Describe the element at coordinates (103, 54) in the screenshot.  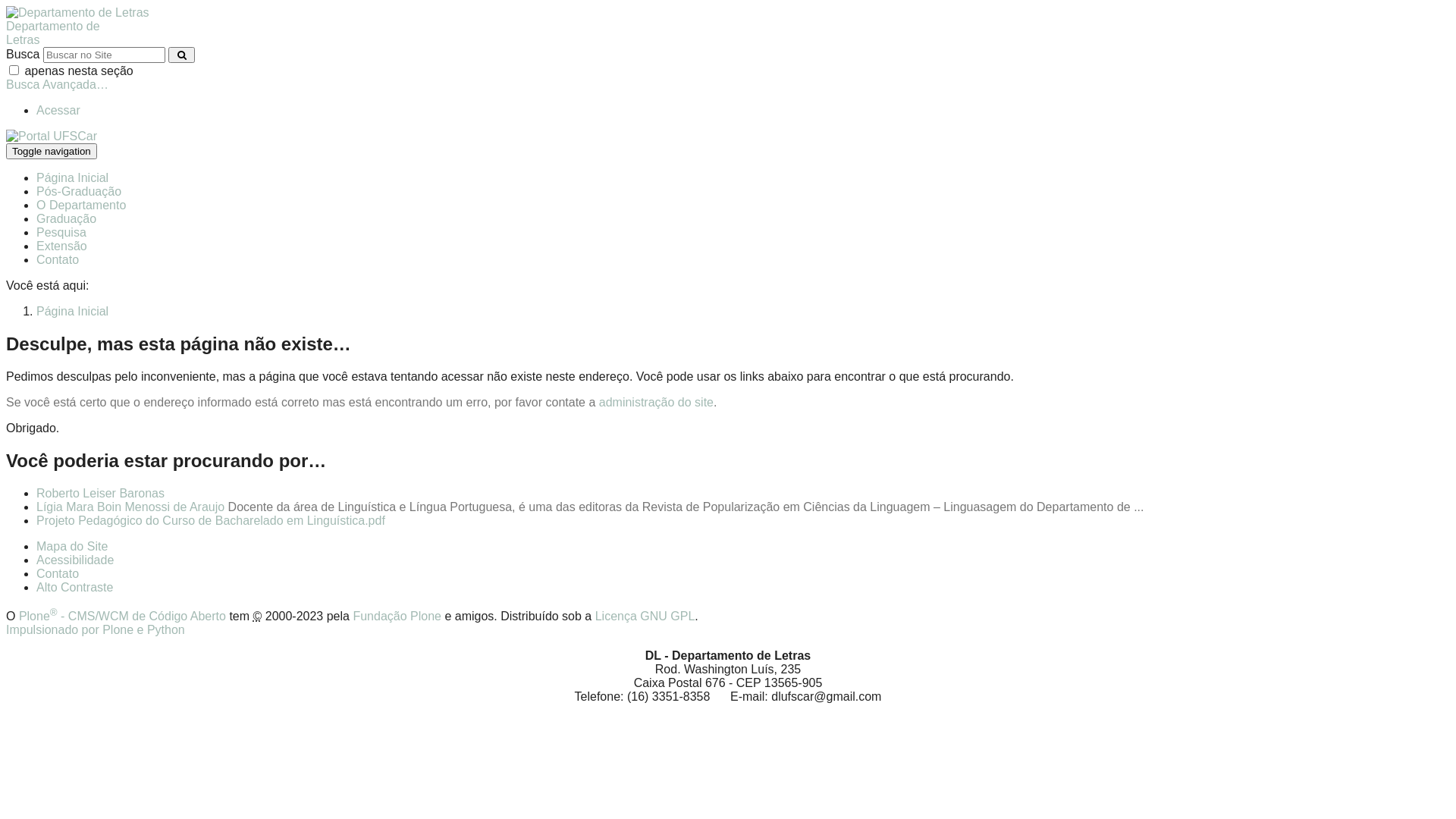
I see `'Buscar no Site'` at that location.